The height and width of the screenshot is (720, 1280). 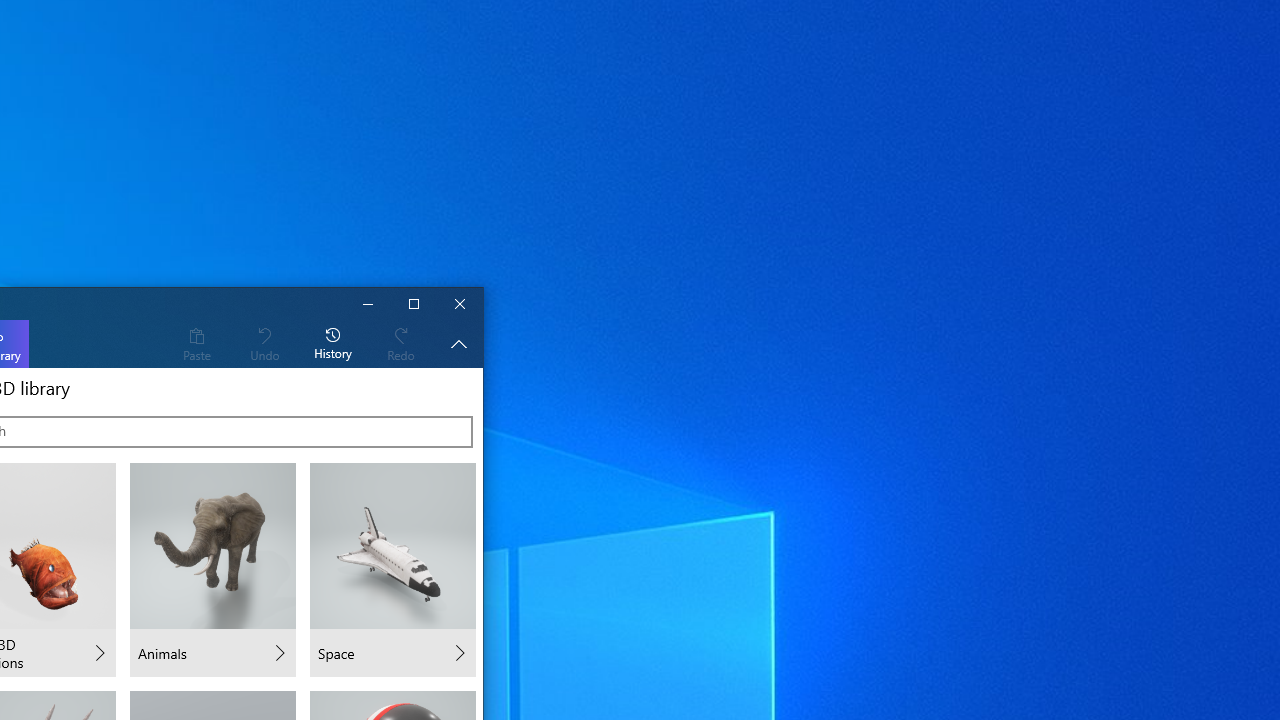 I want to click on 'Animals', so click(x=213, y=570).